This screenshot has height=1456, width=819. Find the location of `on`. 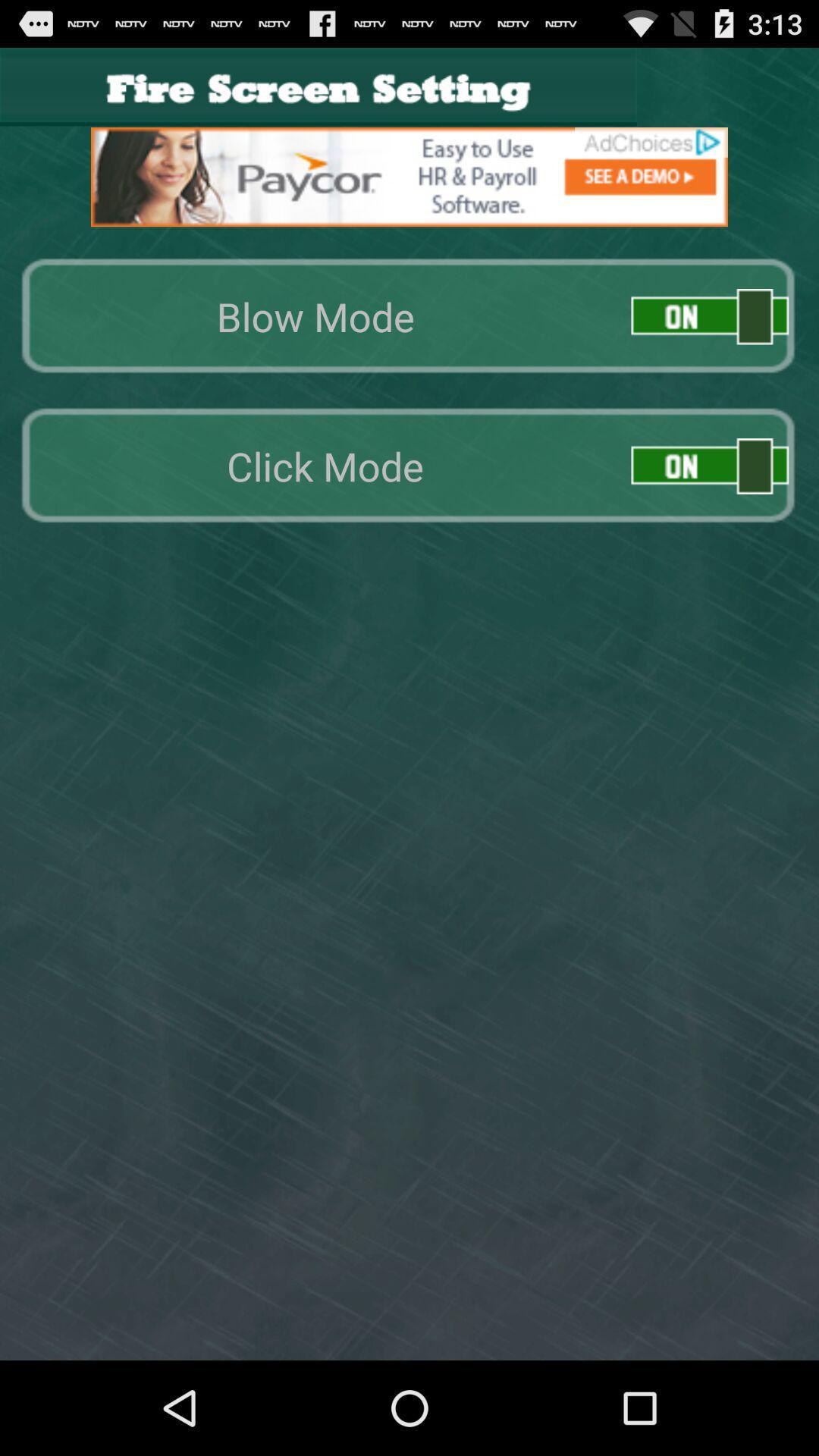

on is located at coordinates (710, 315).